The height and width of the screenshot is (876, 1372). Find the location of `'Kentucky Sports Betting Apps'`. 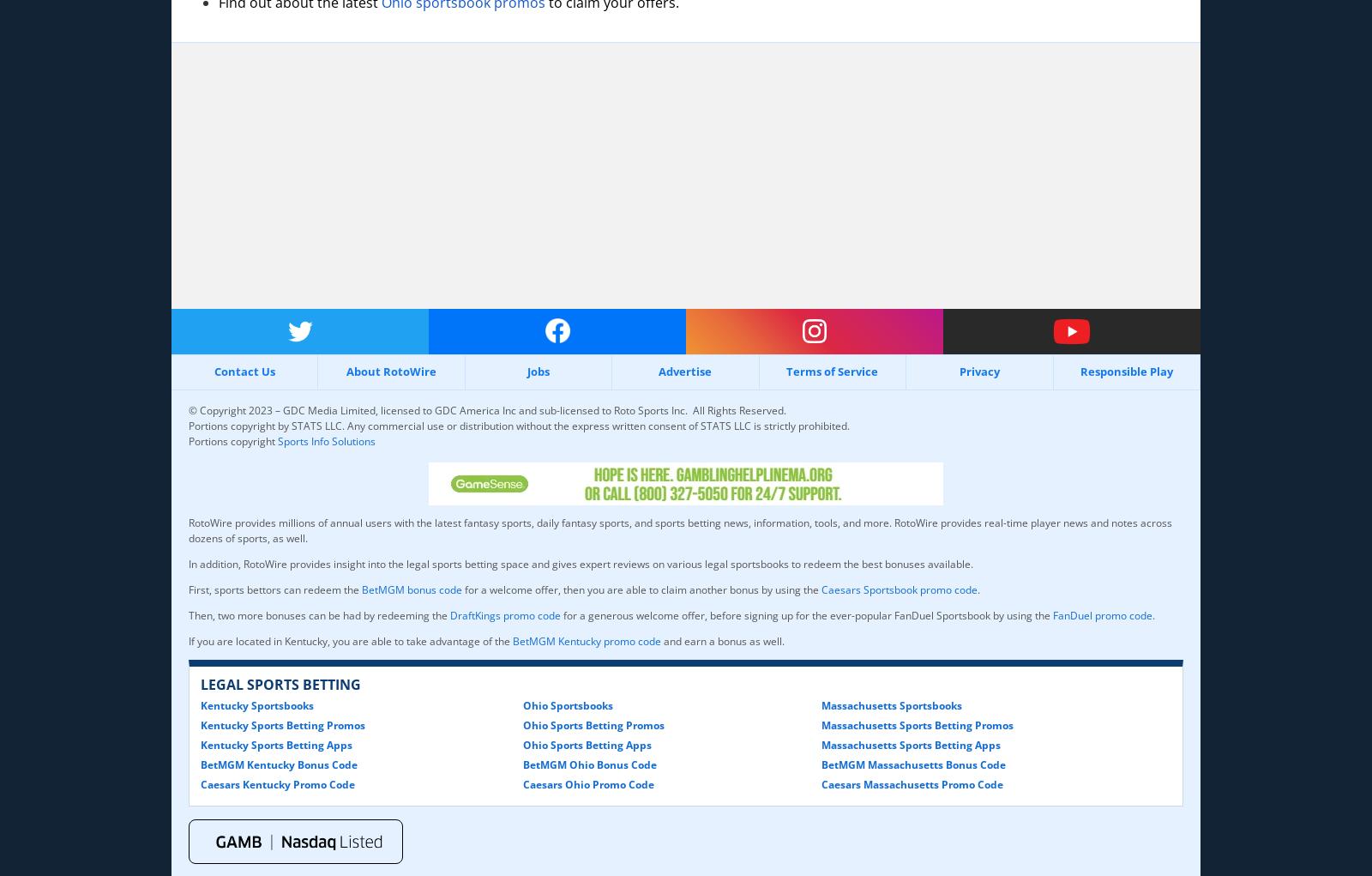

'Kentucky Sports Betting Apps' is located at coordinates (276, 743).